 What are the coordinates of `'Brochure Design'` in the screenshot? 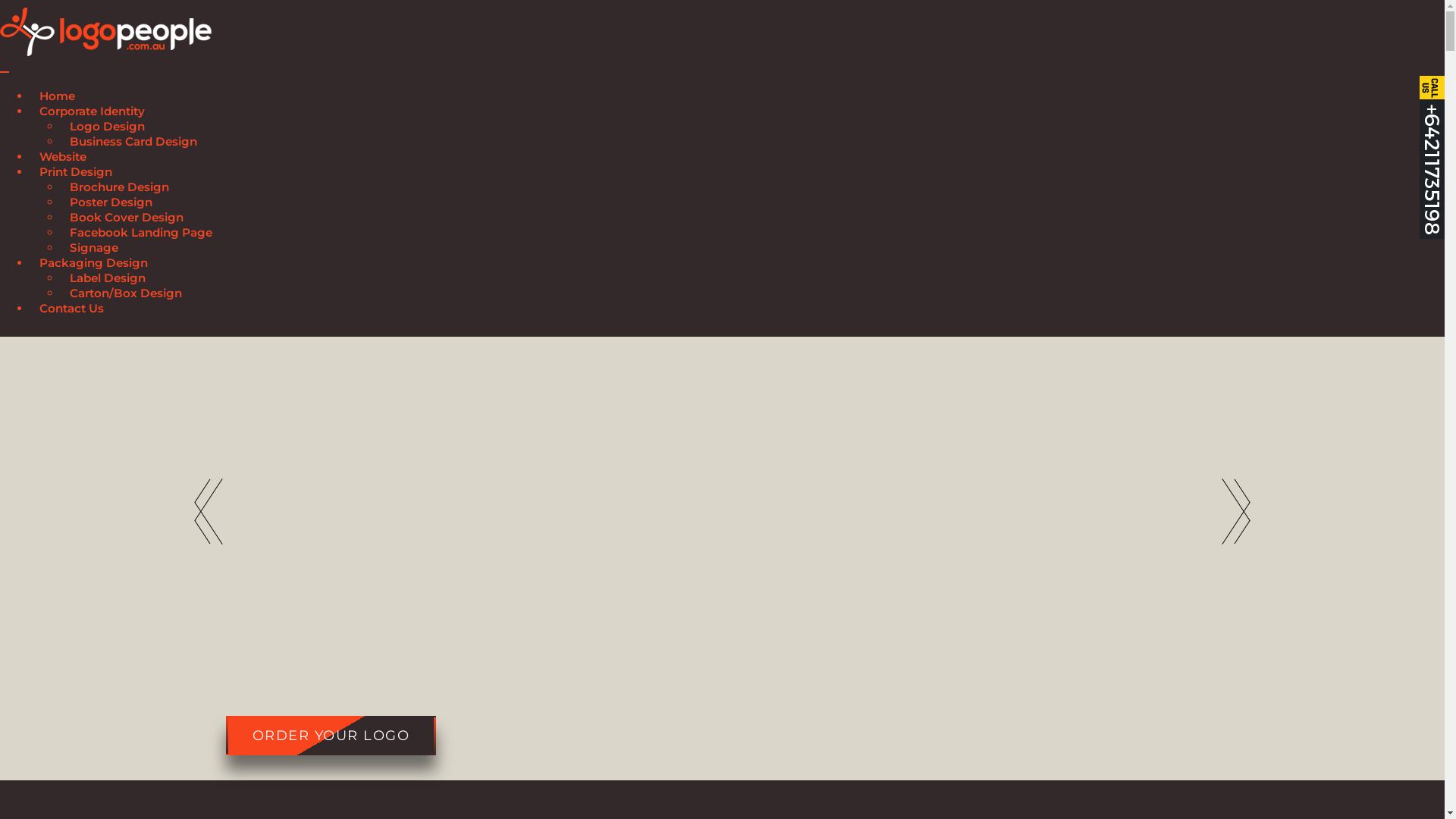 It's located at (118, 188).